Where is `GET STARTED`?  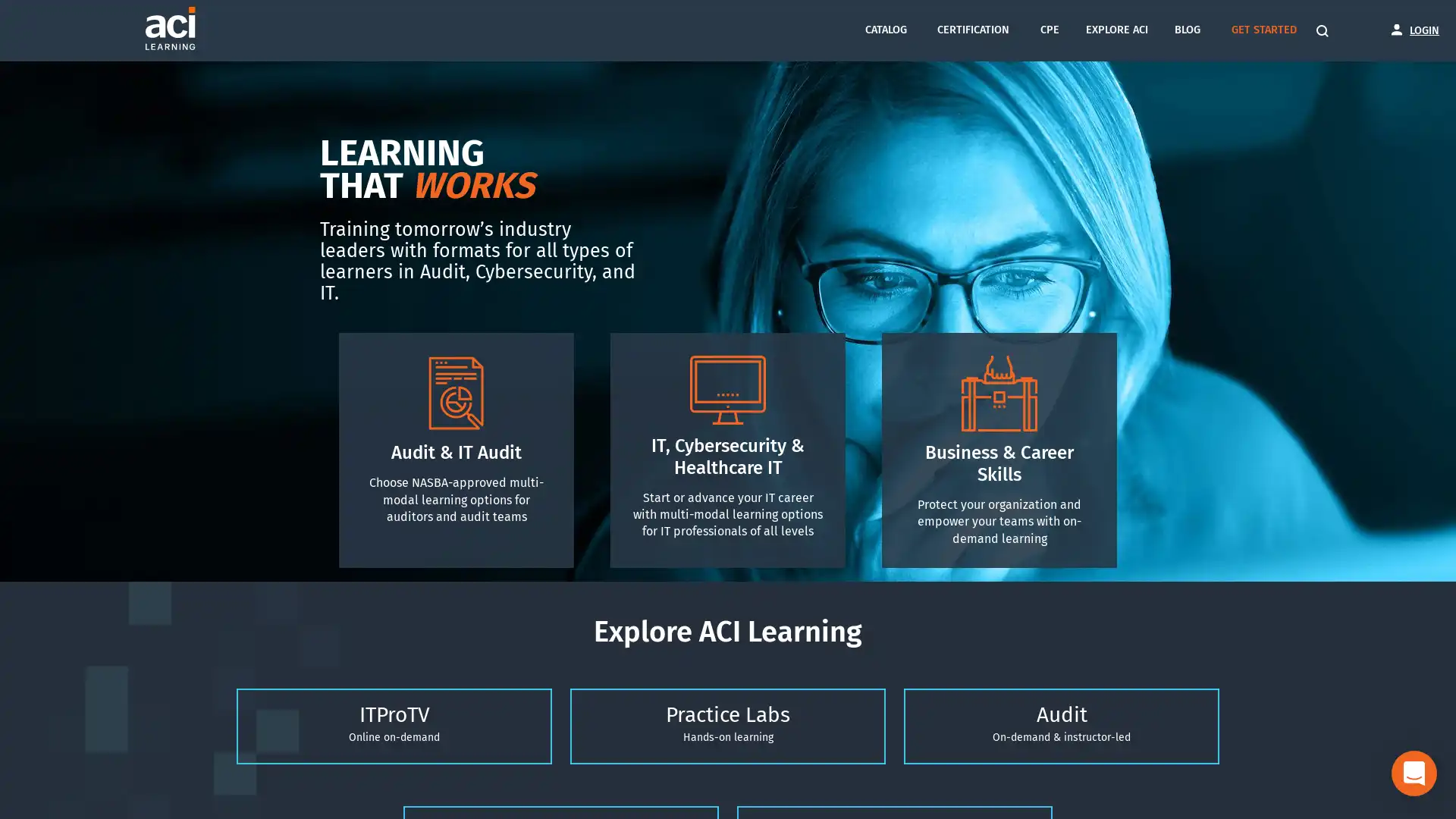
GET STARTED is located at coordinates (1263, 30).